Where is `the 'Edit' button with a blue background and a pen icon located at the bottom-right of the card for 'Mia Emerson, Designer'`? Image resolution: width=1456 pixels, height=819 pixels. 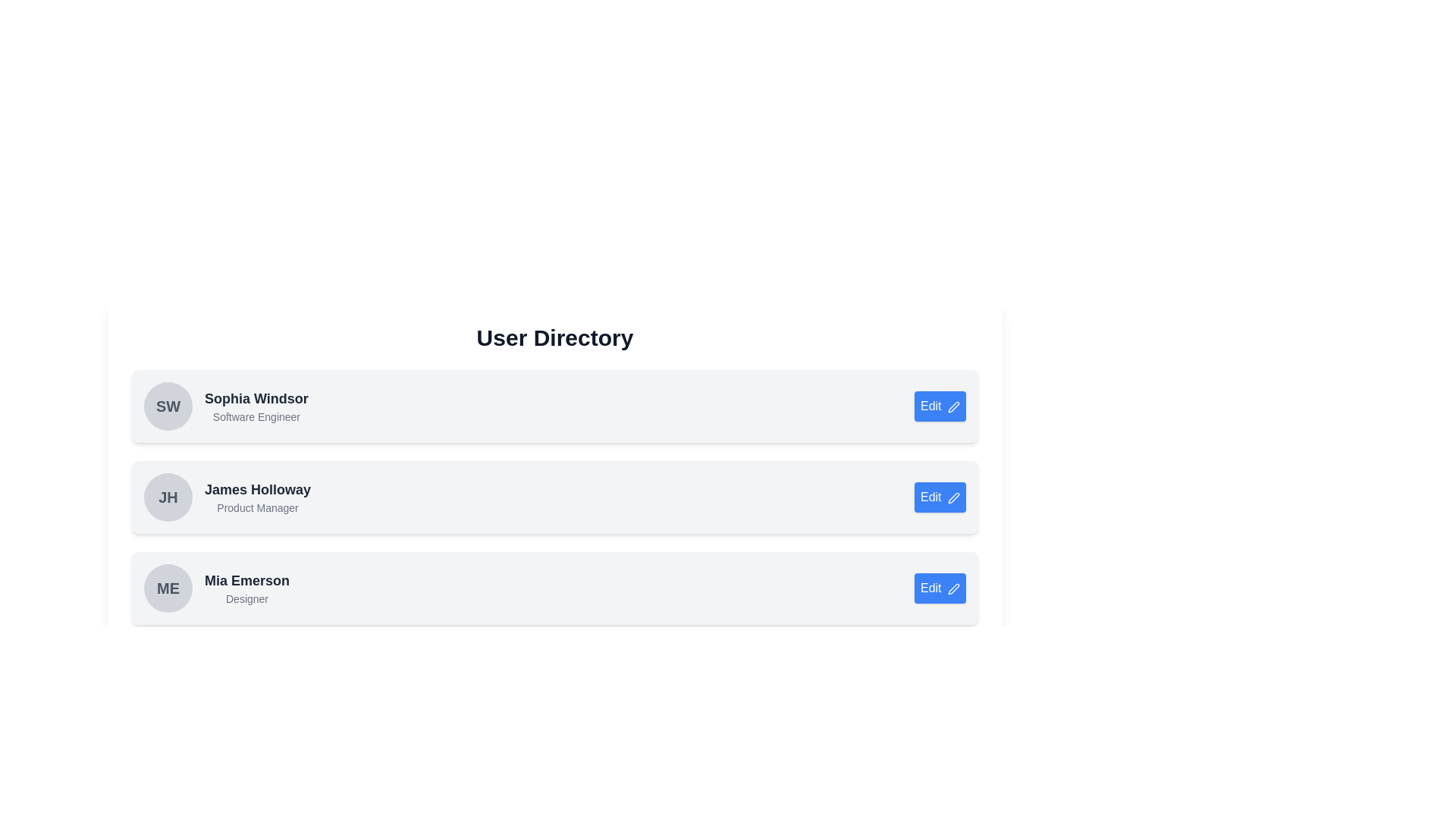
the 'Edit' button with a blue background and a pen icon located at the bottom-right of the card for 'Mia Emerson, Designer' is located at coordinates (939, 587).